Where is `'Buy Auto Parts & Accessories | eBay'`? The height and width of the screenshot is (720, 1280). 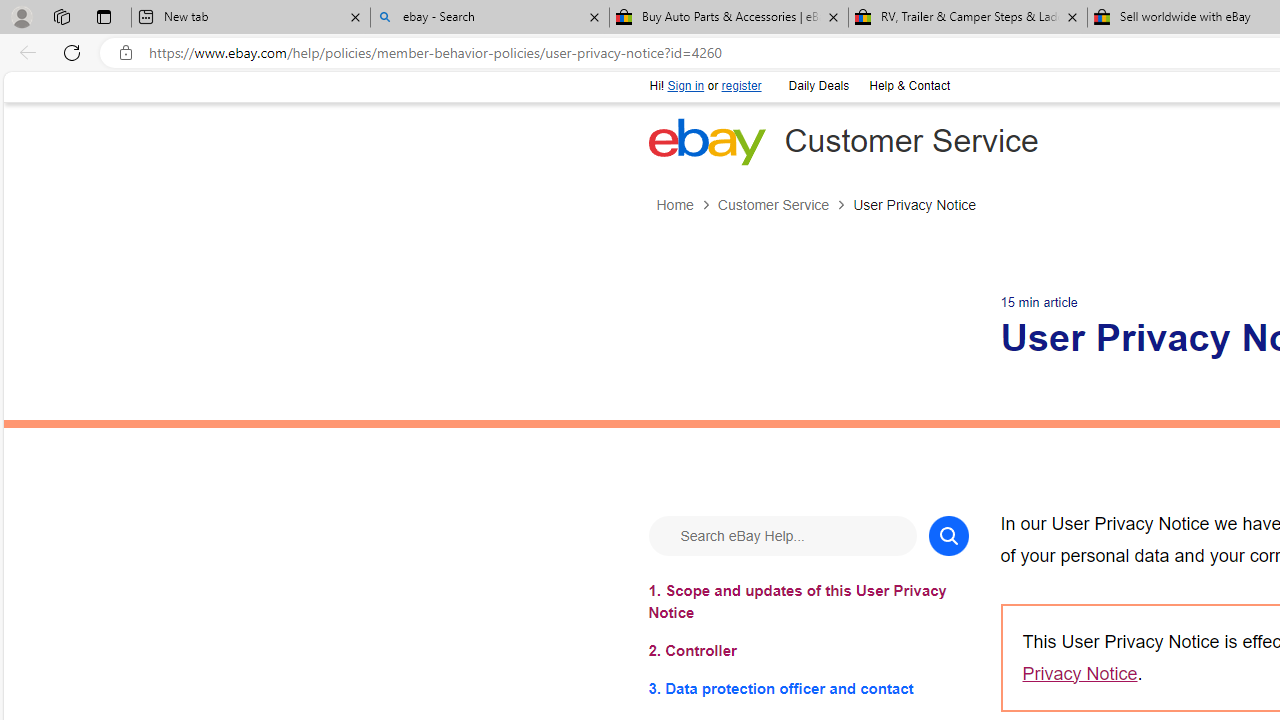 'Buy Auto Parts & Accessories | eBay' is located at coordinates (728, 17).